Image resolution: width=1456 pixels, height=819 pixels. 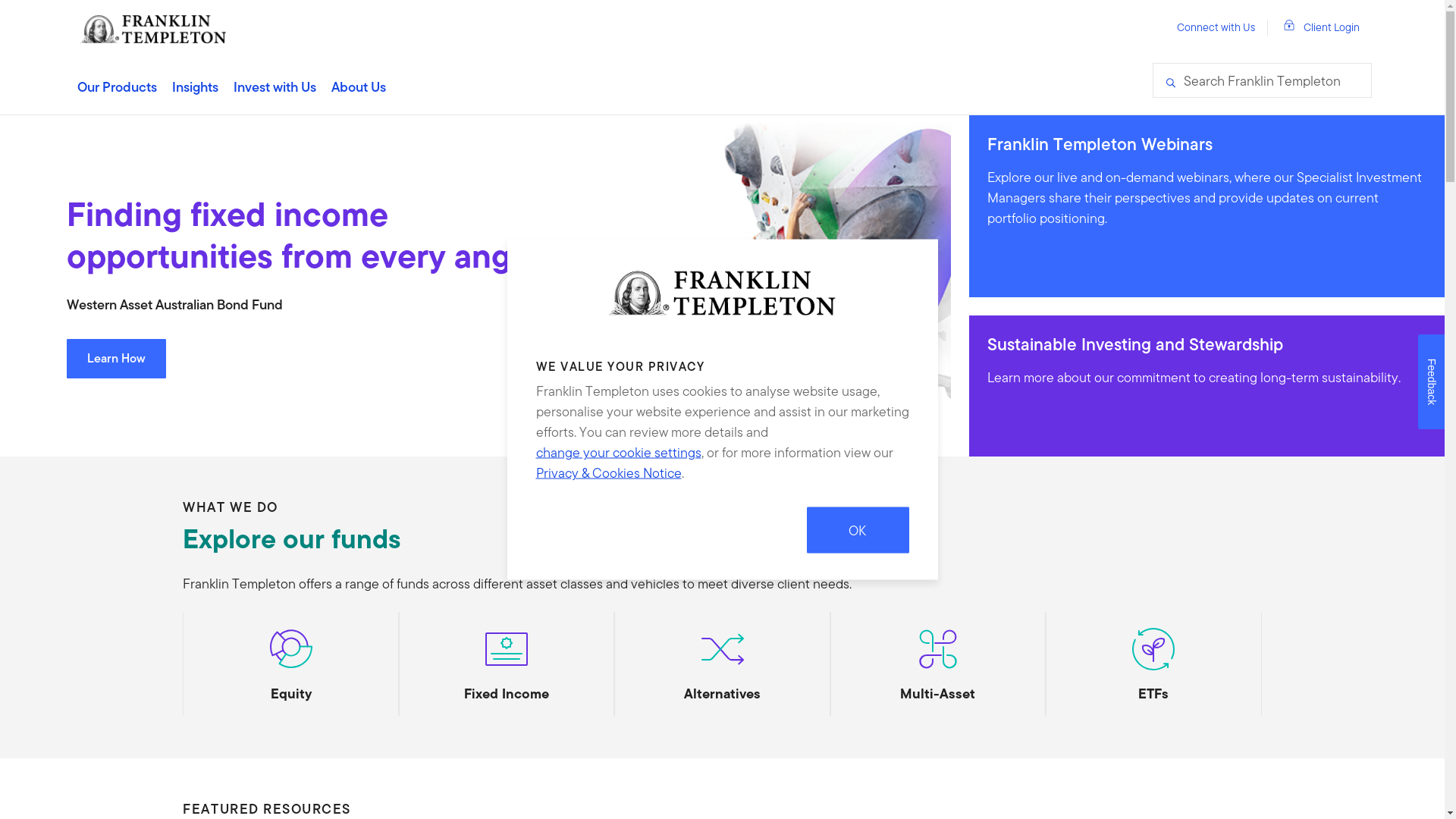 What do you see at coordinates (358, 86) in the screenshot?
I see `'About Us'` at bounding box center [358, 86].